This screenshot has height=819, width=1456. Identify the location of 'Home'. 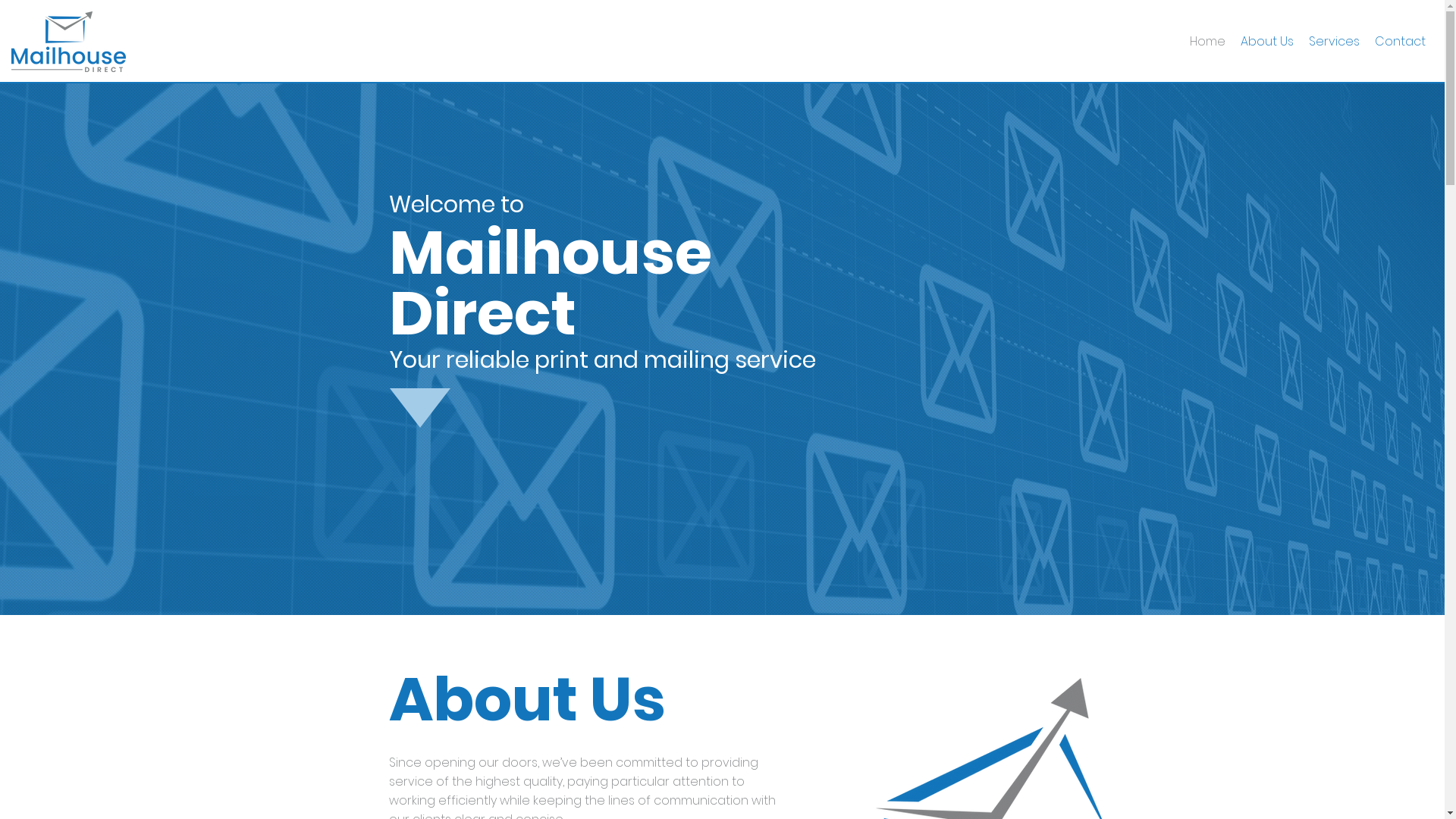
(1181, 40).